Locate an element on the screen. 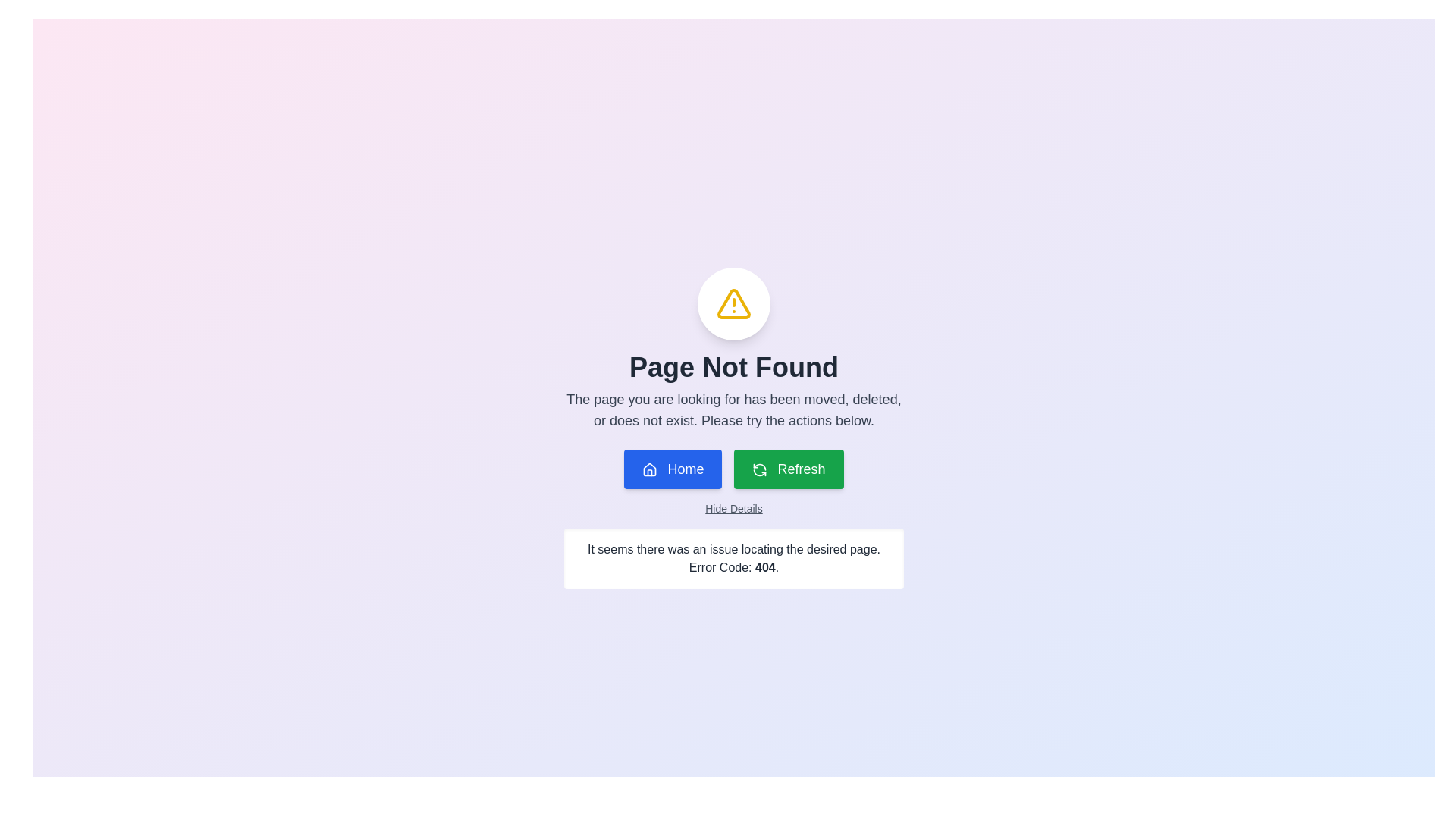 Image resolution: width=1456 pixels, height=819 pixels. the 'Hide Details' link, which is an underlined gray text label that changes to a darker gray on hover, located below the 'Home' and 'Refresh' buttons and above the message text area is located at coordinates (734, 509).